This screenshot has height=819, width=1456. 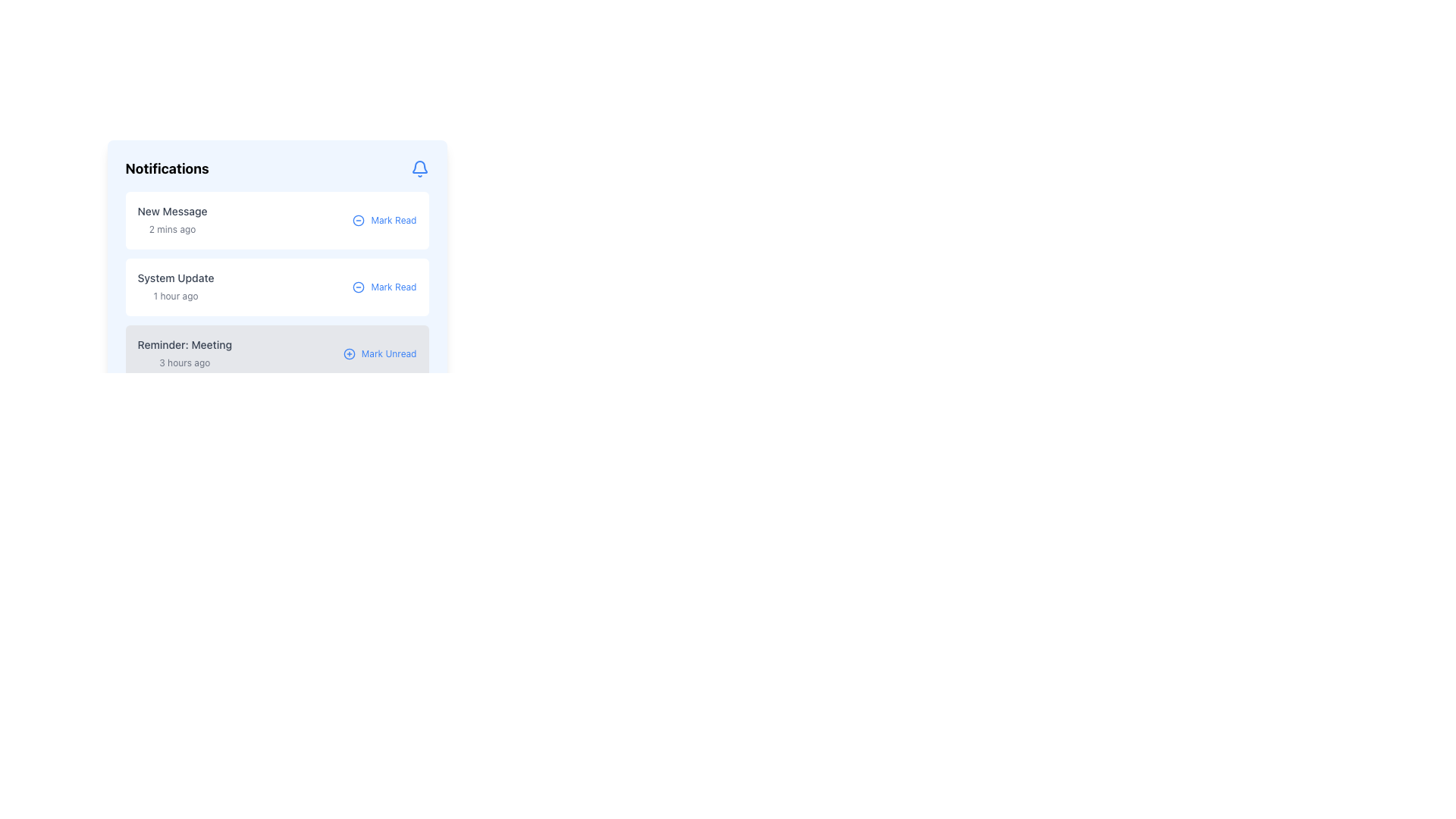 What do you see at coordinates (167, 169) in the screenshot?
I see `the bold text label reading 'Notifications' located at the top-left of the notification panel` at bounding box center [167, 169].